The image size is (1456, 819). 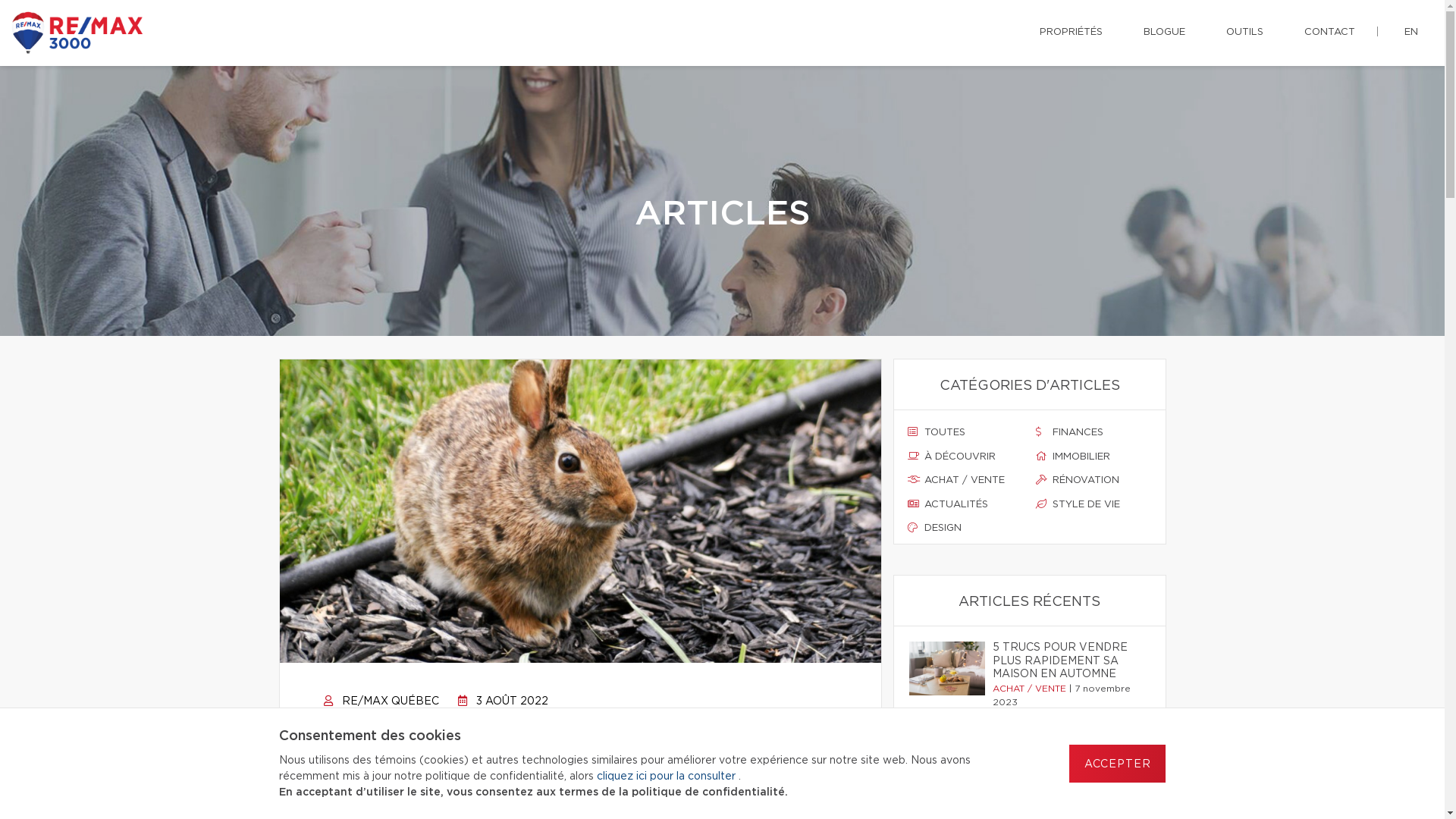 I want to click on 'BLOGUE', so click(x=1131, y=32).